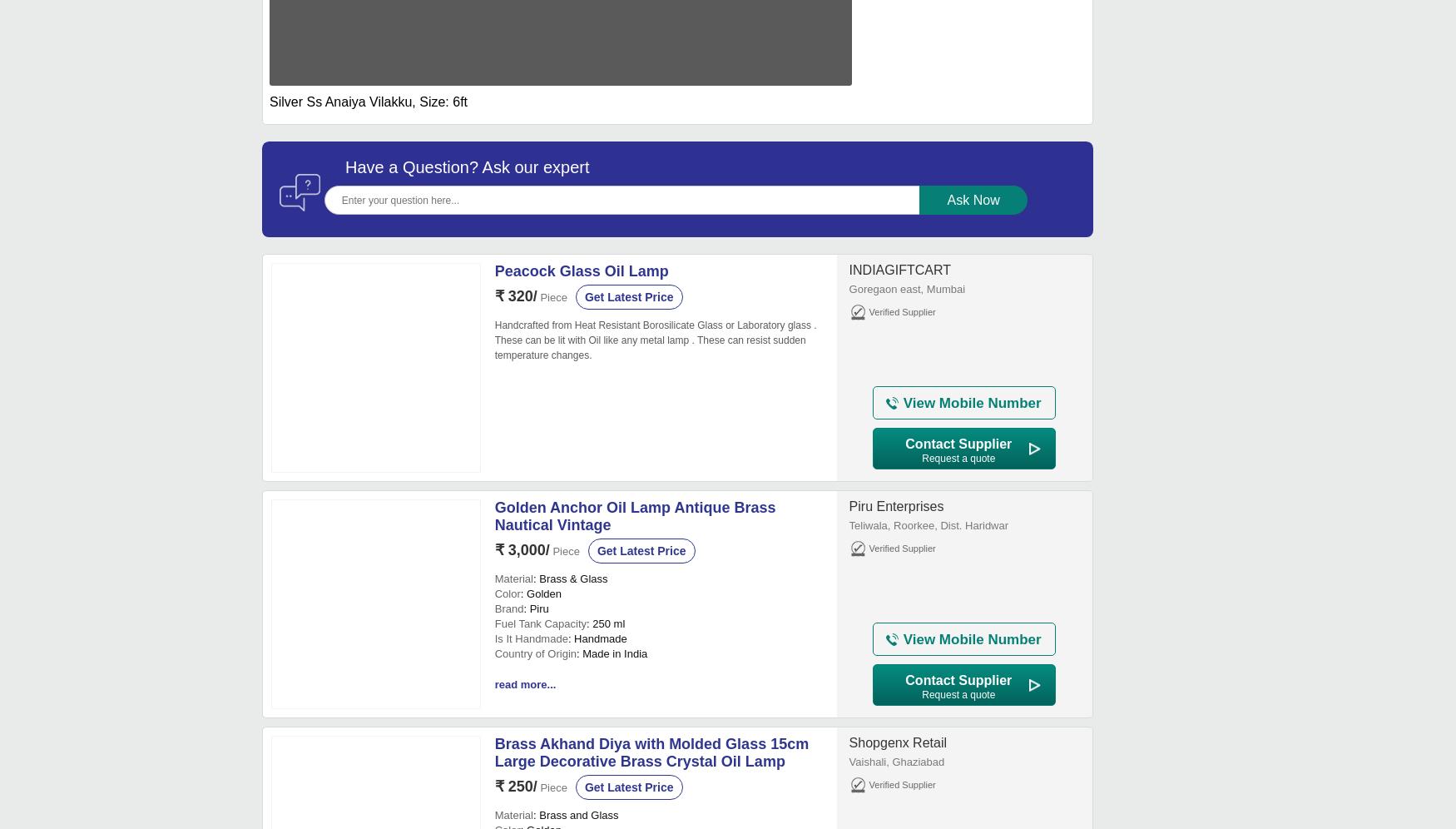 This screenshot has width=1456, height=829. What do you see at coordinates (650, 752) in the screenshot?
I see `'Brass Akhand Diya with Molded Glass 15cm Large Decorative Brass Crystal Oil Lamp'` at bounding box center [650, 752].